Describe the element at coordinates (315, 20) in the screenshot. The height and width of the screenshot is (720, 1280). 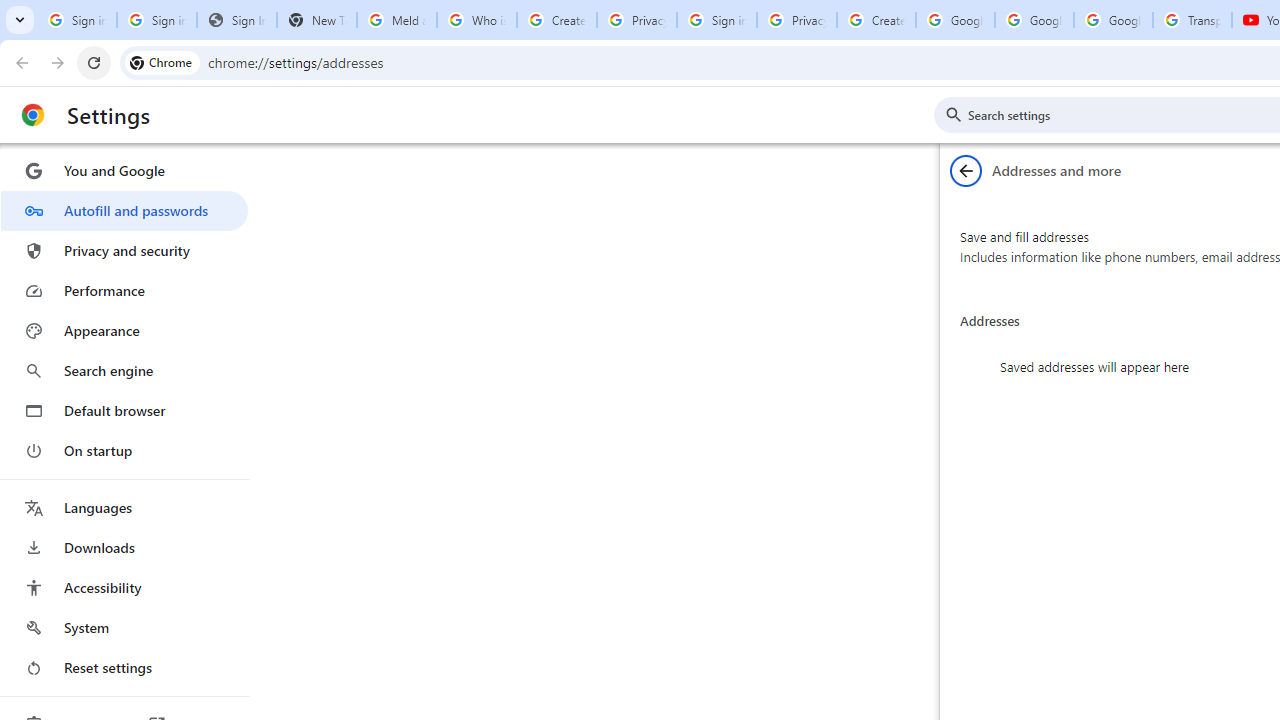
I see `'New Tab'` at that location.